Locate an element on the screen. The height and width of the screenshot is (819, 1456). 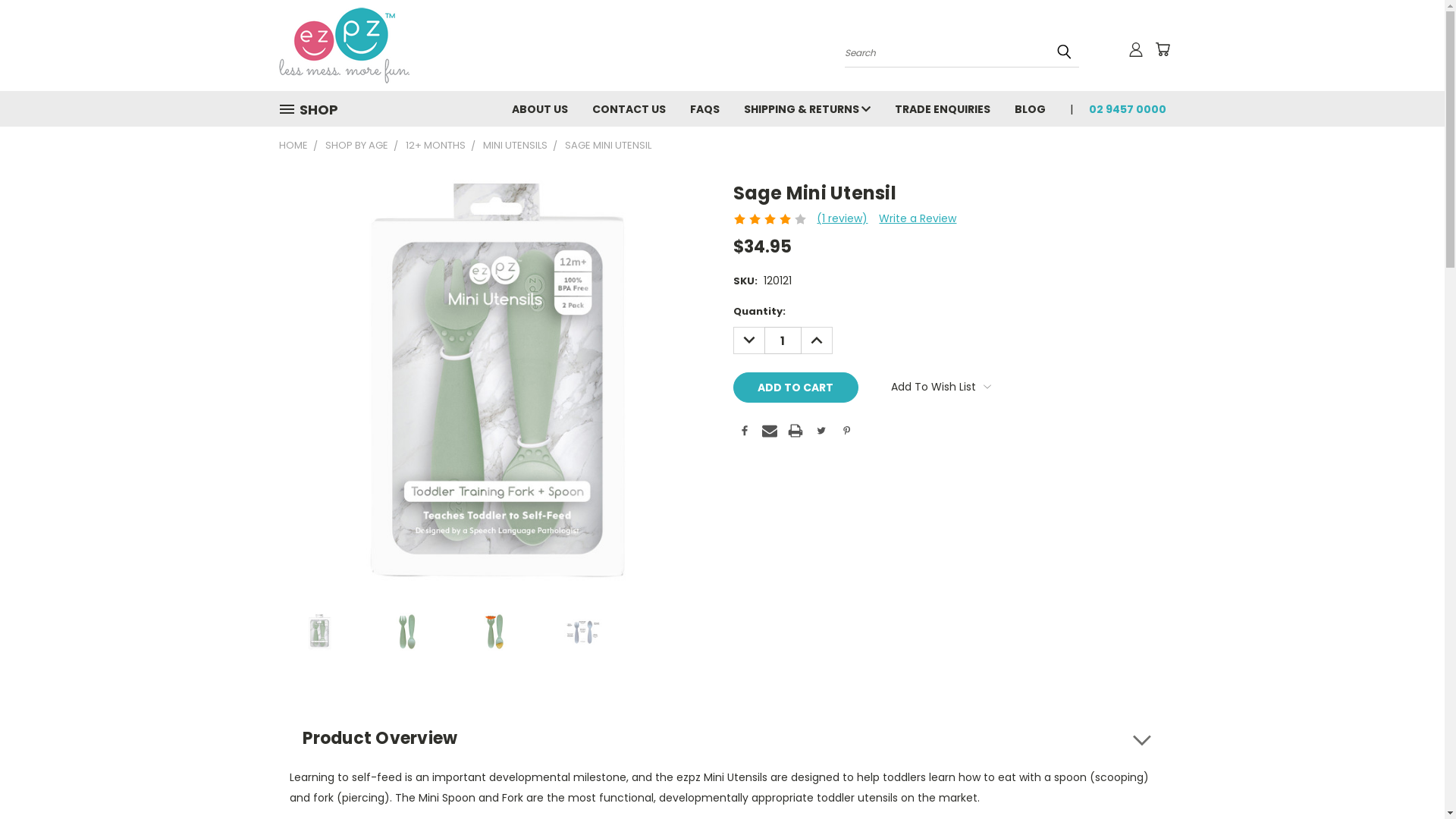
'12+ MONTHS' is located at coordinates (434, 145).